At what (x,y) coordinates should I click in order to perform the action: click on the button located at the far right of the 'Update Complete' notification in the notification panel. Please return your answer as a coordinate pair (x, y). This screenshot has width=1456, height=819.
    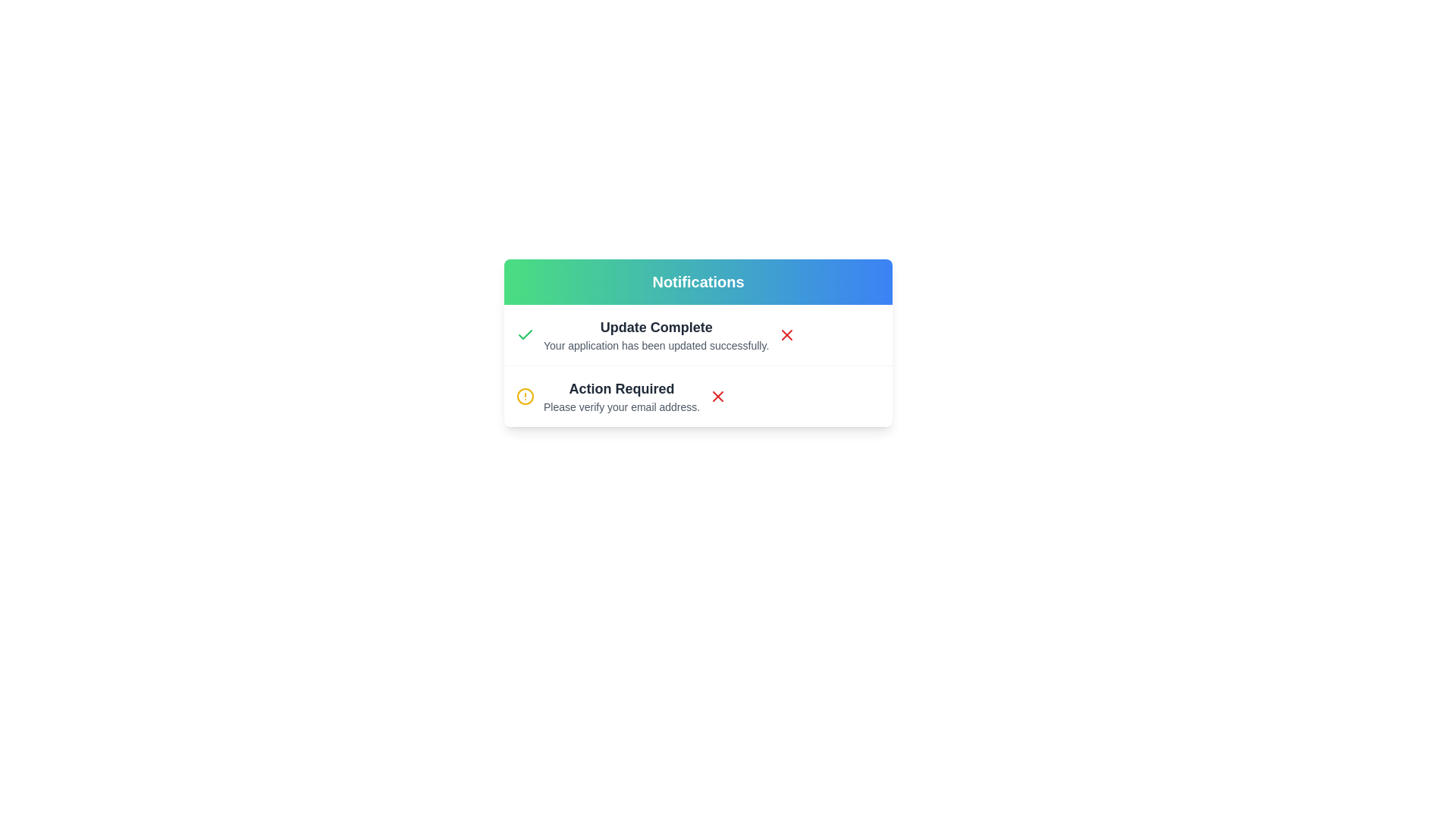
    Looking at the image, I should click on (787, 334).